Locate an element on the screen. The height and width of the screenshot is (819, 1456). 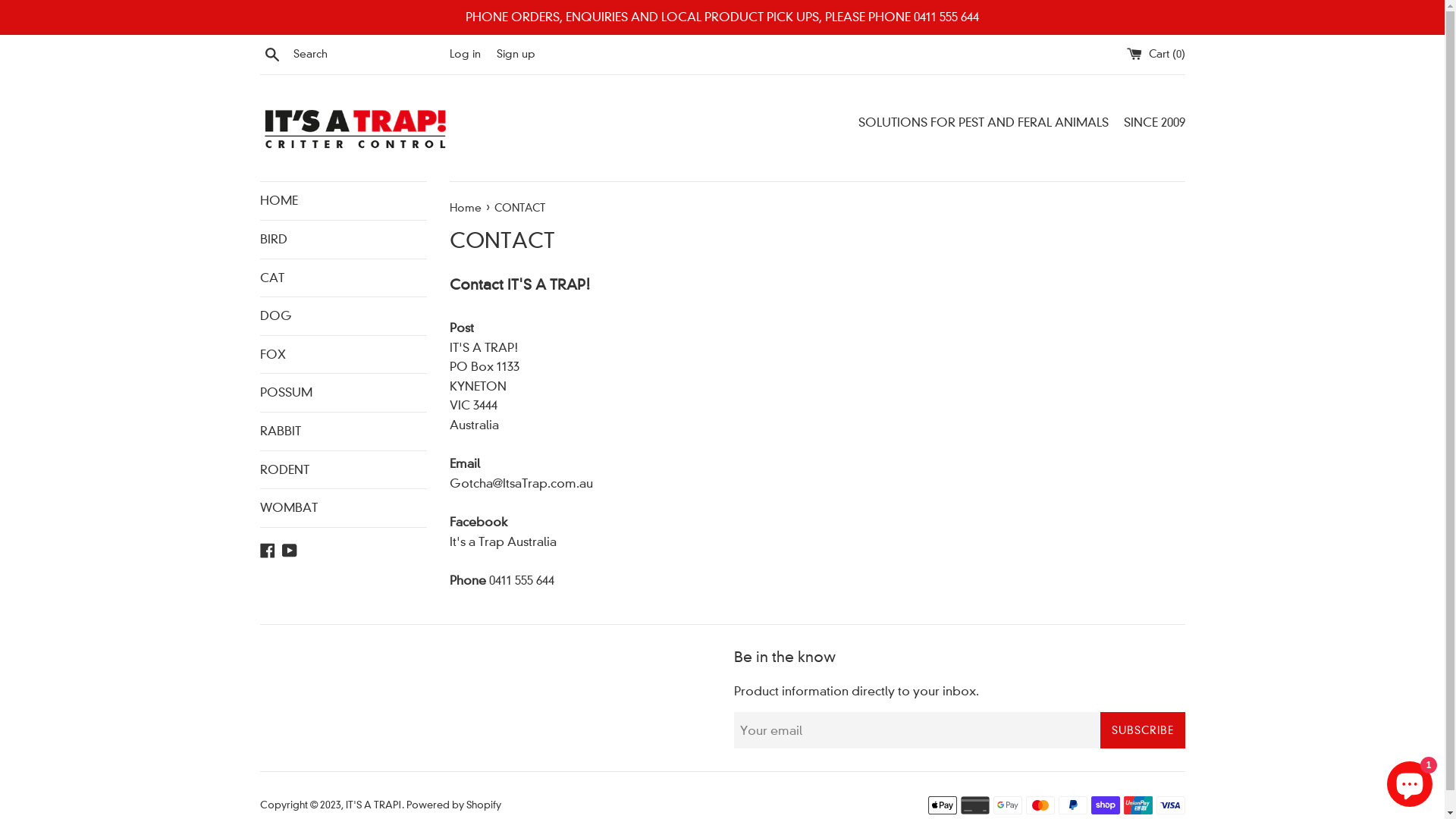
'HOME' is located at coordinates (341, 200).